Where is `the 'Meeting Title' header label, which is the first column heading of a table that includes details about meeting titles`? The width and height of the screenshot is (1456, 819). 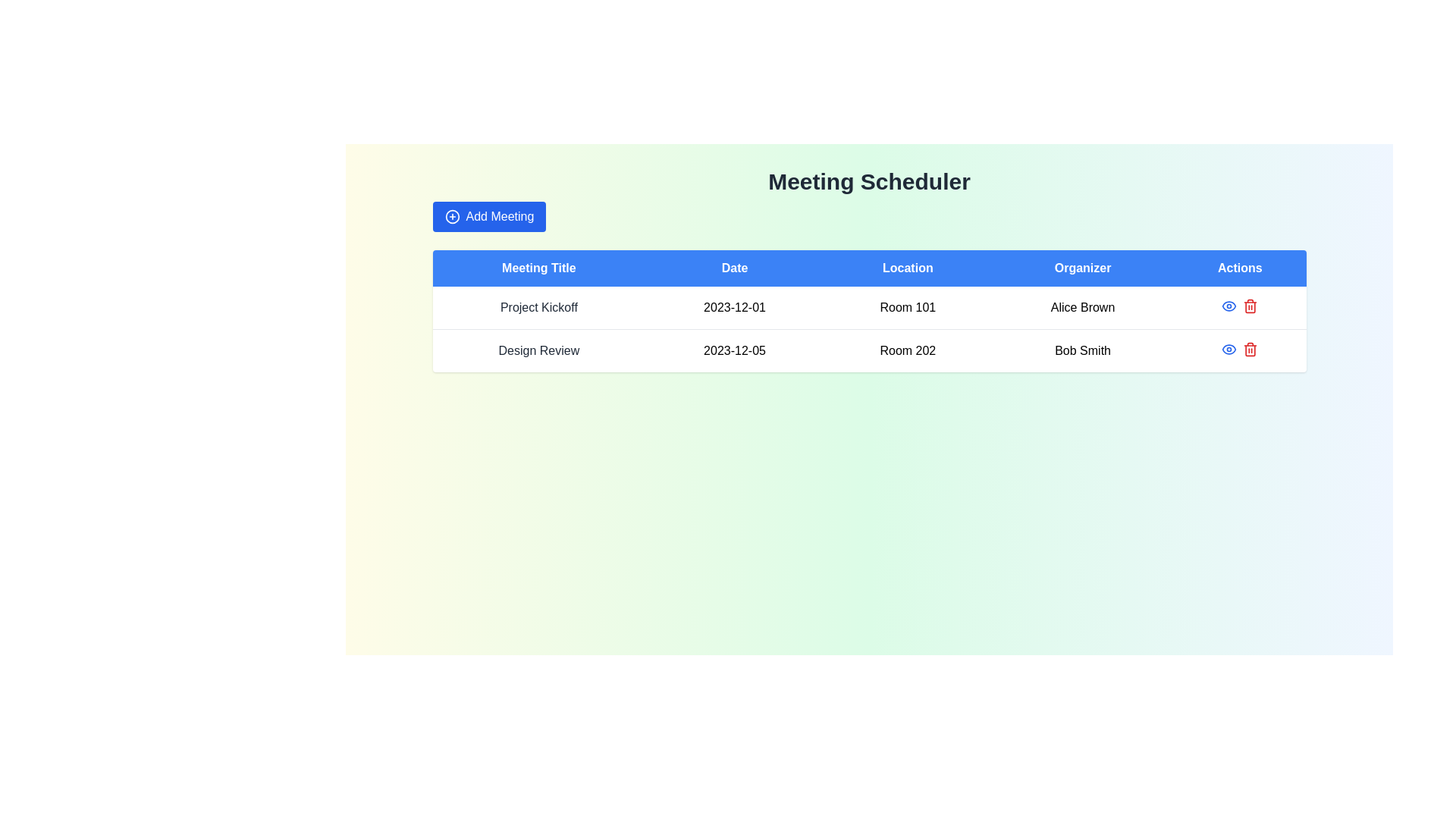 the 'Meeting Title' header label, which is the first column heading of a table that includes details about meeting titles is located at coordinates (538, 268).